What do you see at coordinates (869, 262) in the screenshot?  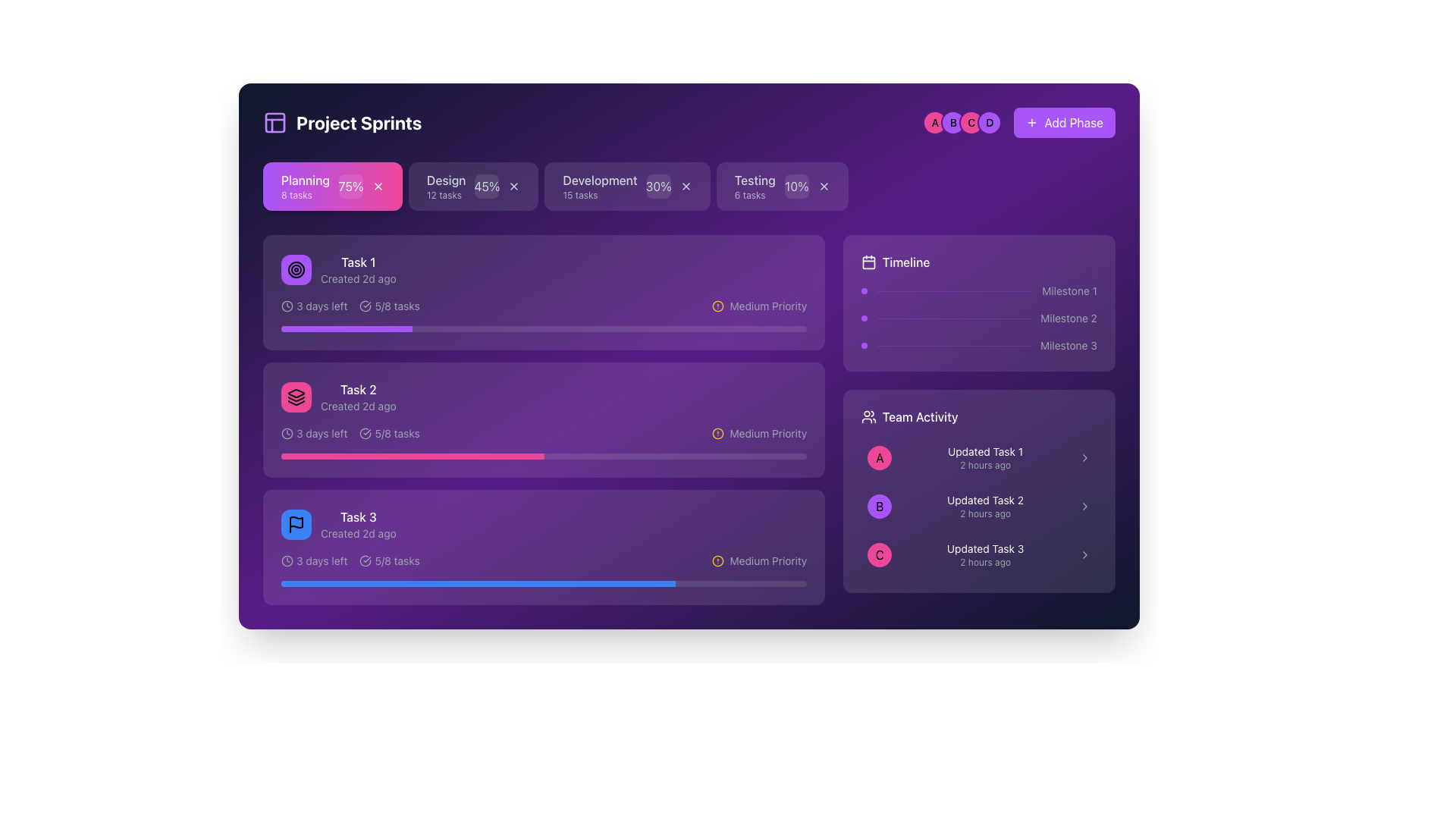 I see `the calendar icon with a segmented box structure located to the left of the 'Timeline' header text, which is styled in white against a purple background` at bounding box center [869, 262].